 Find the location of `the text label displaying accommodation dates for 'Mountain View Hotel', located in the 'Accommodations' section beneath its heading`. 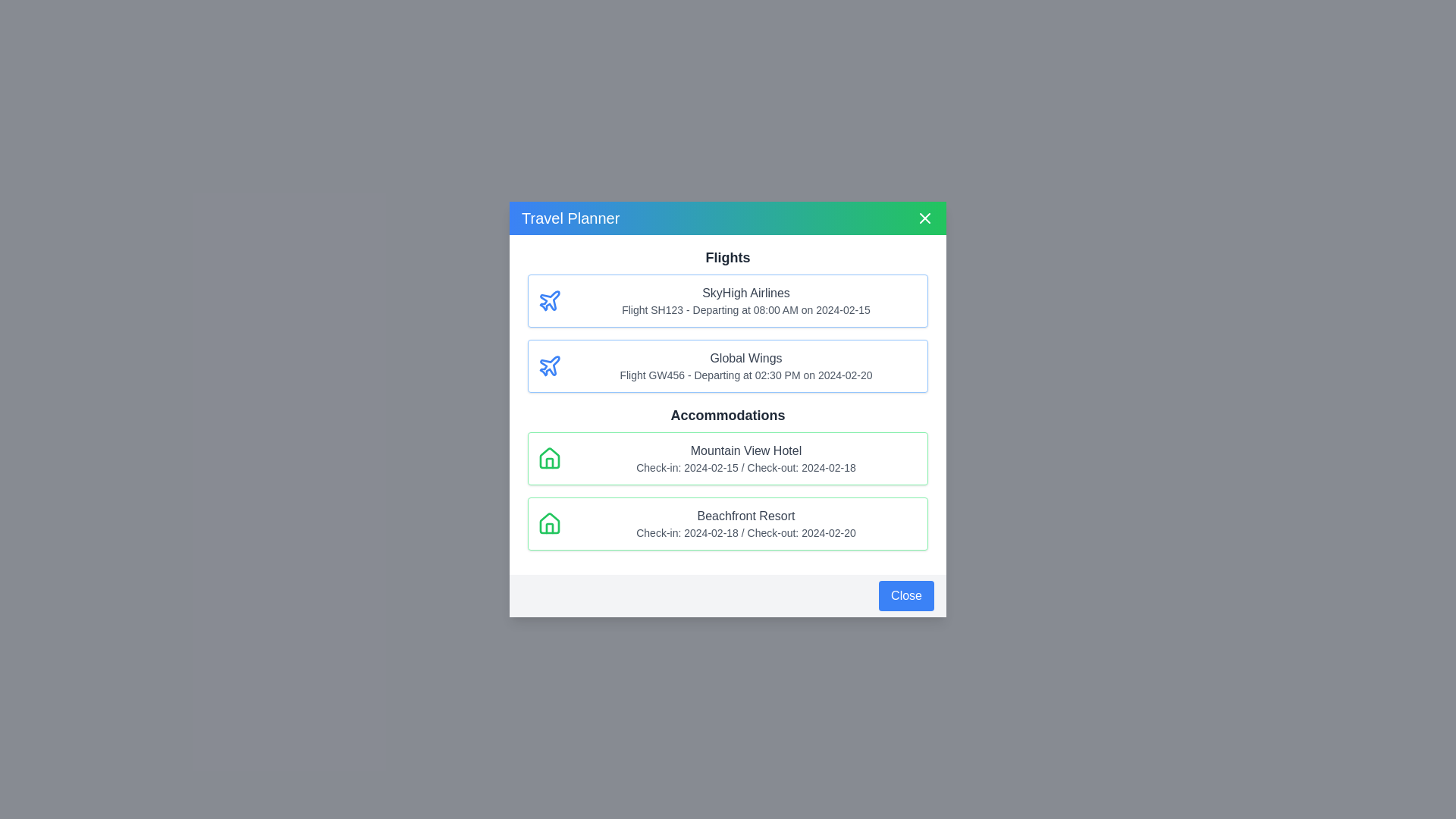

the text label displaying accommodation dates for 'Mountain View Hotel', located in the 'Accommodations' section beneath its heading is located at coordinates (745, 467).